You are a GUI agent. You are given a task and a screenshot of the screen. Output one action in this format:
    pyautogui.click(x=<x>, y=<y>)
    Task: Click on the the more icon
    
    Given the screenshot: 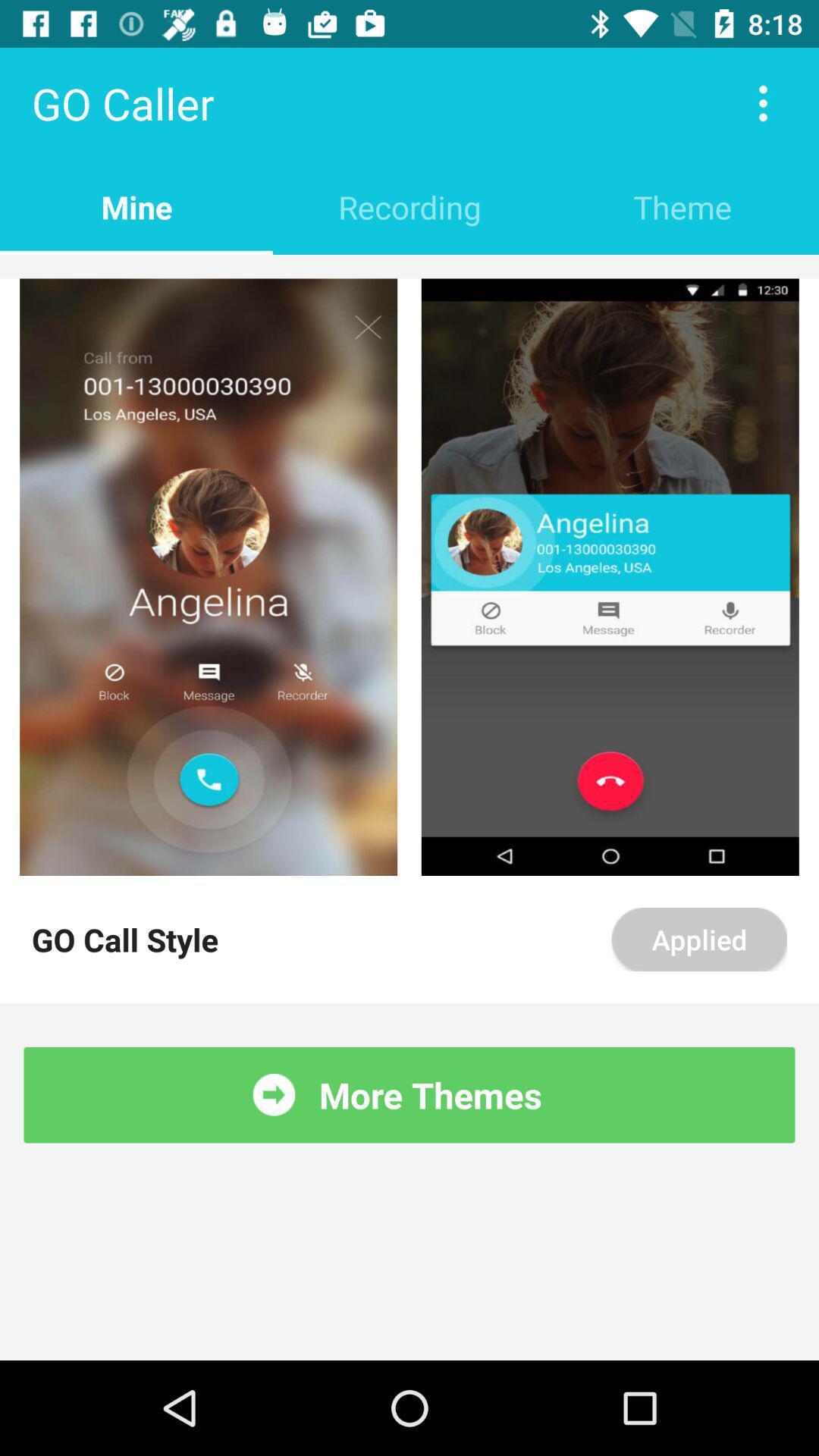 What is the action you would take?
    pyautogui.click(x=763, y=102)
    